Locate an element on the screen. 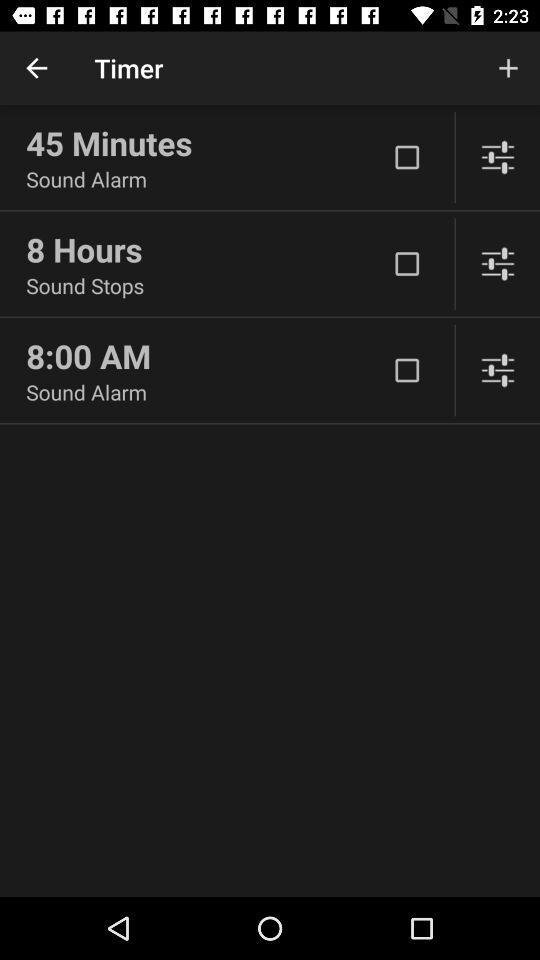 This screenshot has width=540, height=960. the item next to timer item is located at coordinates (508, 68).